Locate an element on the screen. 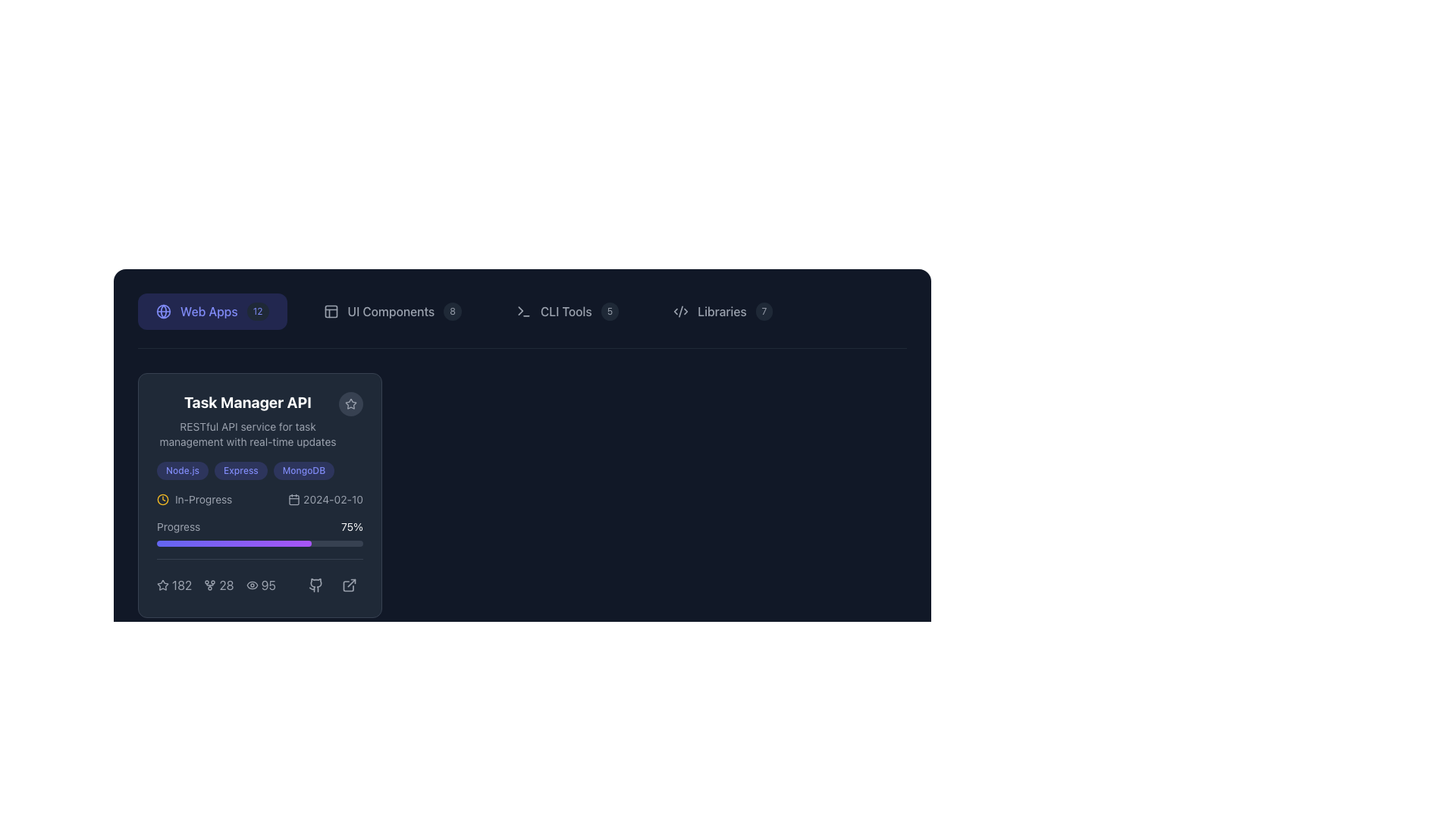 The image size is (1456, 819). the 'Libraries' text label in the menu bar, which is located near the top of the interface and is part of a grouping with other items like 'Web Apps' and 'UI Components' is located at coordinates (721, 311).